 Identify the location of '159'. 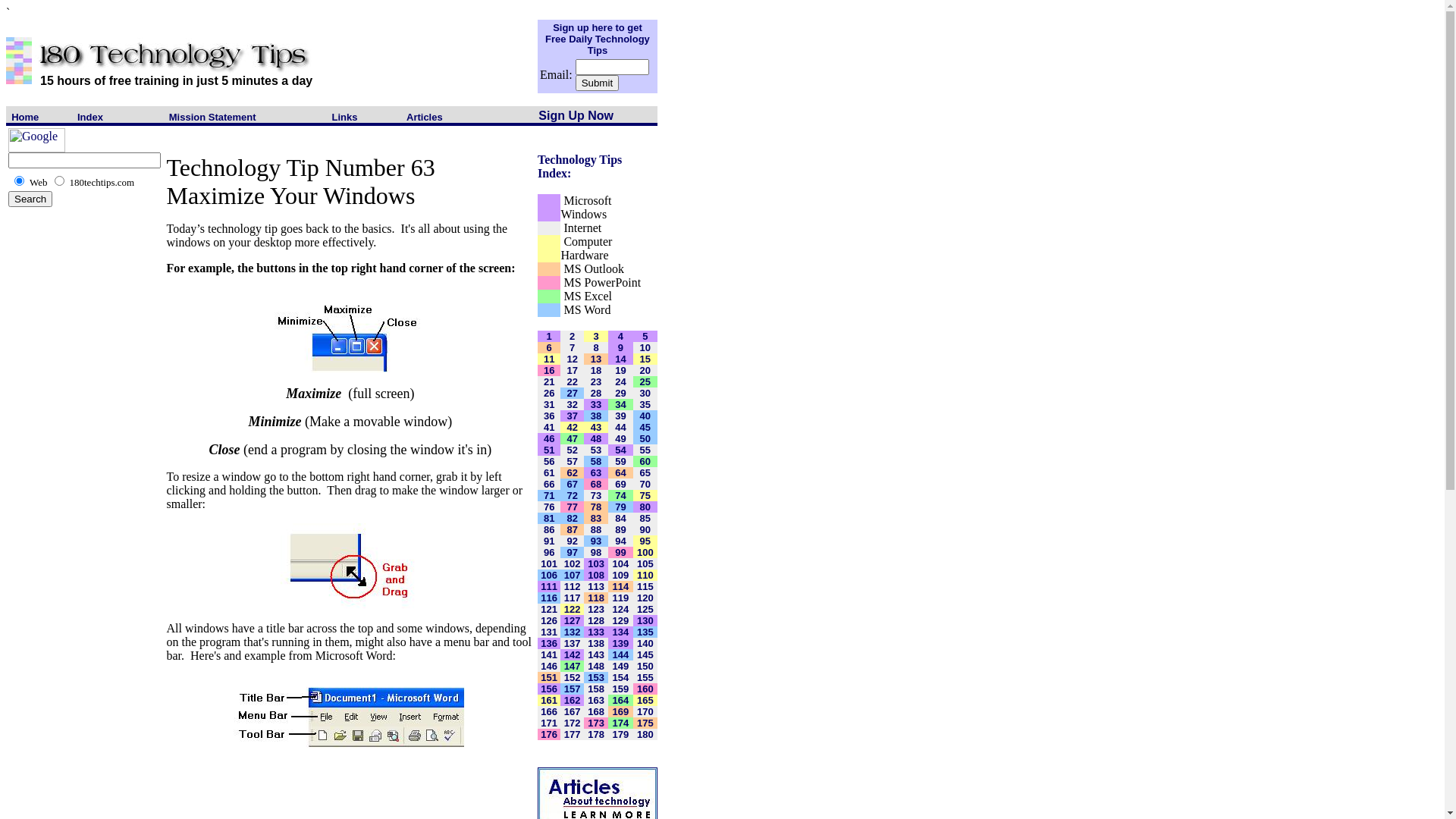
(621, 688).